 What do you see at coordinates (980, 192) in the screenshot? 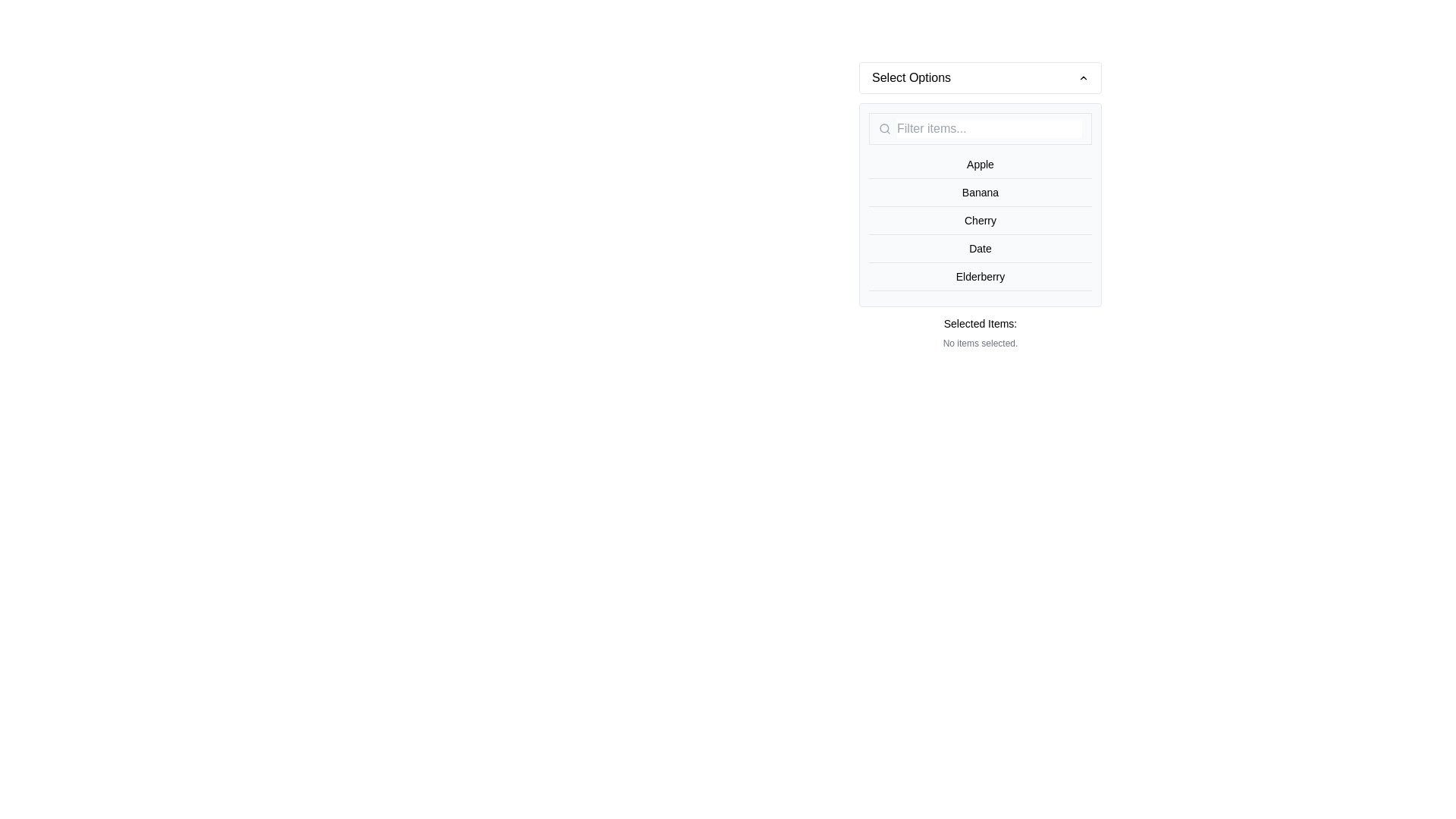
I see `the 'Banana' option in the dropdown list, which is located below 'Apple' and above 'Cherry'` at bounding box center [980, 192].